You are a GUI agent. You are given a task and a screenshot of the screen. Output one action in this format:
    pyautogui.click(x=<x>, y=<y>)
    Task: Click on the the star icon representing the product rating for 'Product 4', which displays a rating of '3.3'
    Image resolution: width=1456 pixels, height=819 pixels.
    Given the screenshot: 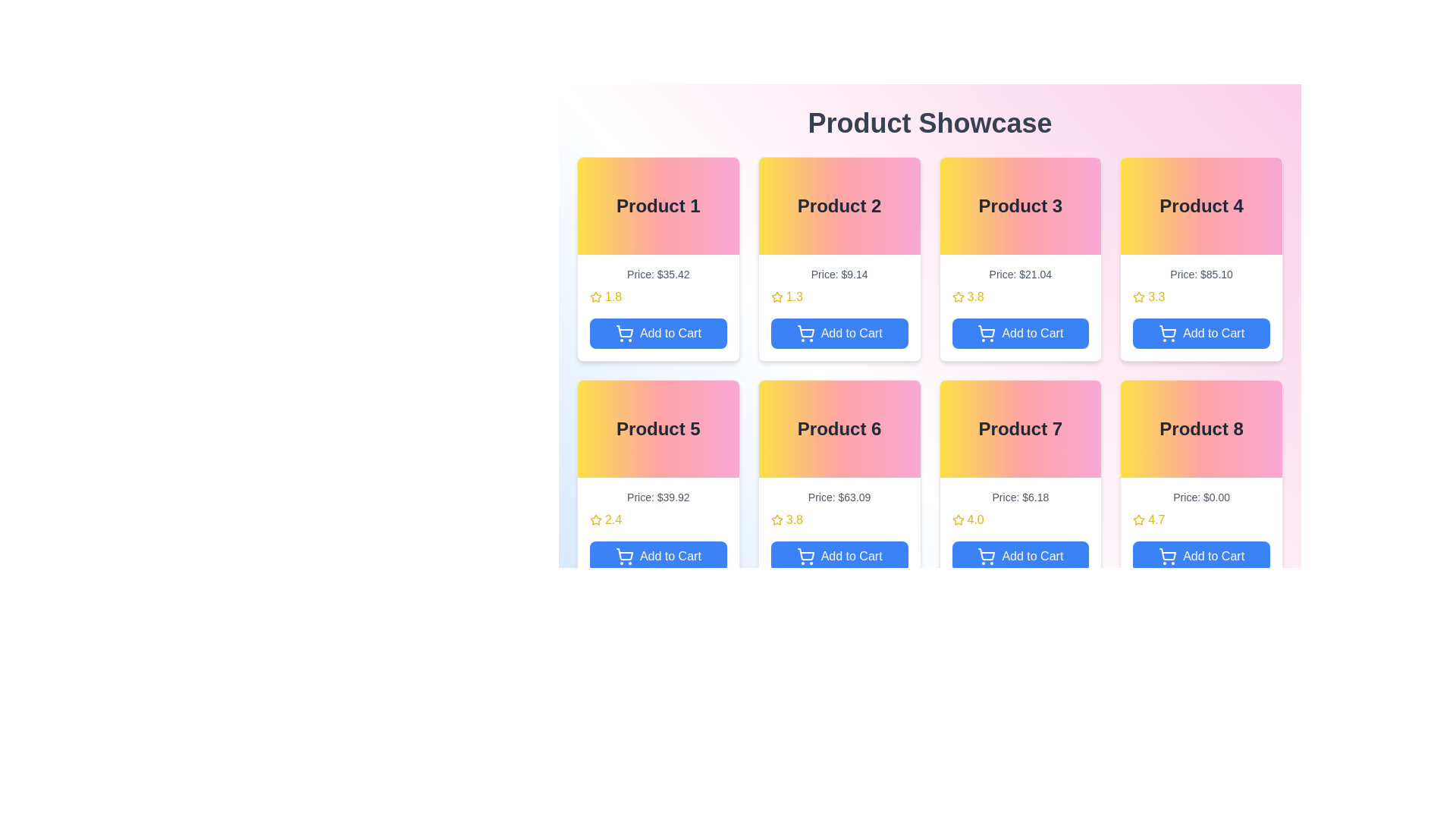 What is the action you would take?
    pyautogui.click(x=1139, y=297)
    